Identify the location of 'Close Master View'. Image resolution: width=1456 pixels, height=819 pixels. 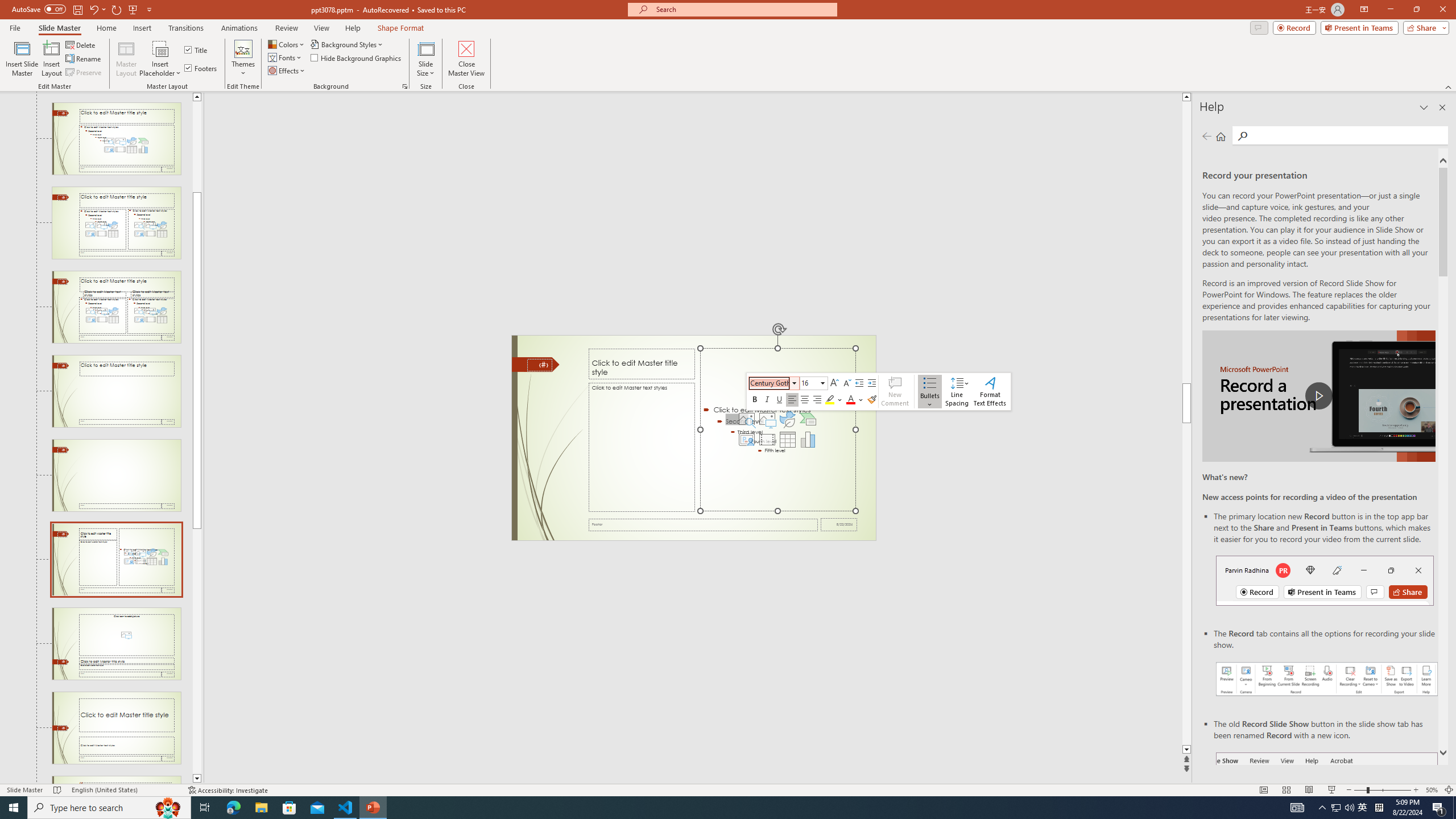
(466, 59).